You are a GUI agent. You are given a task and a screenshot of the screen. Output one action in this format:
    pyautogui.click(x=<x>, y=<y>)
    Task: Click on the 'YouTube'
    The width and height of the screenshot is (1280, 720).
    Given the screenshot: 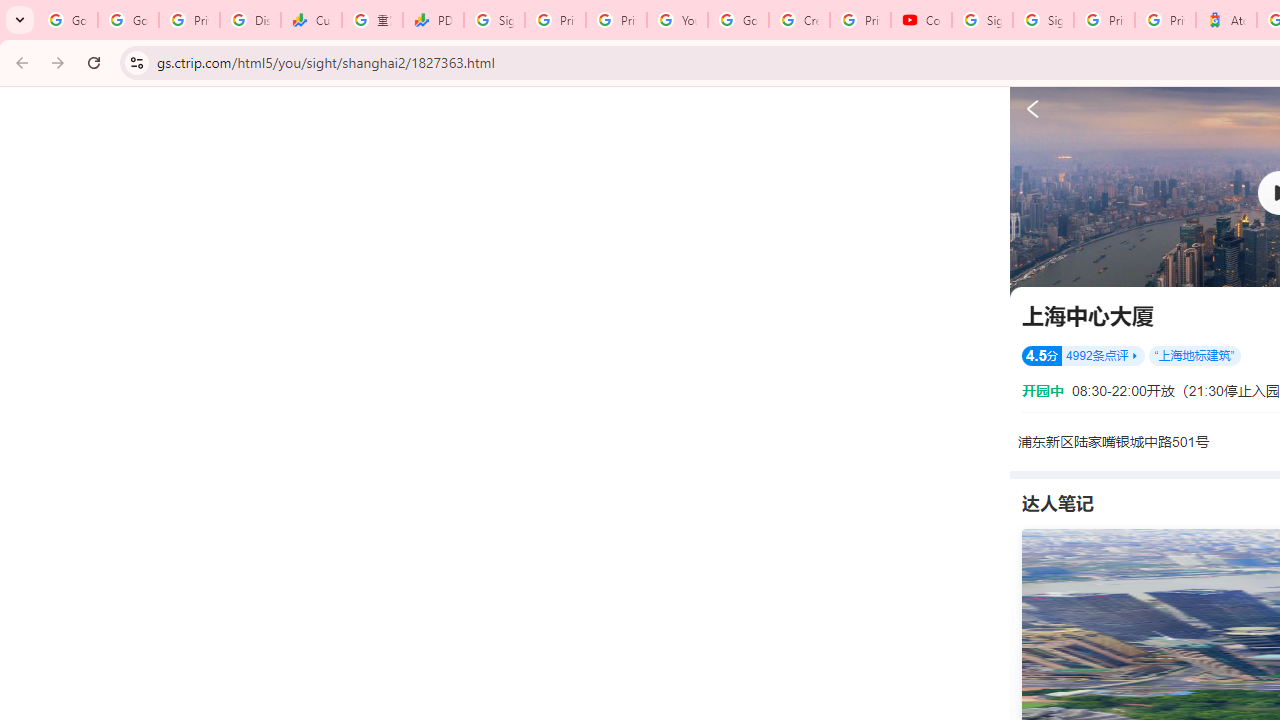 What is the action you would take?
    pyautogui.click(x=677, y=20)
    